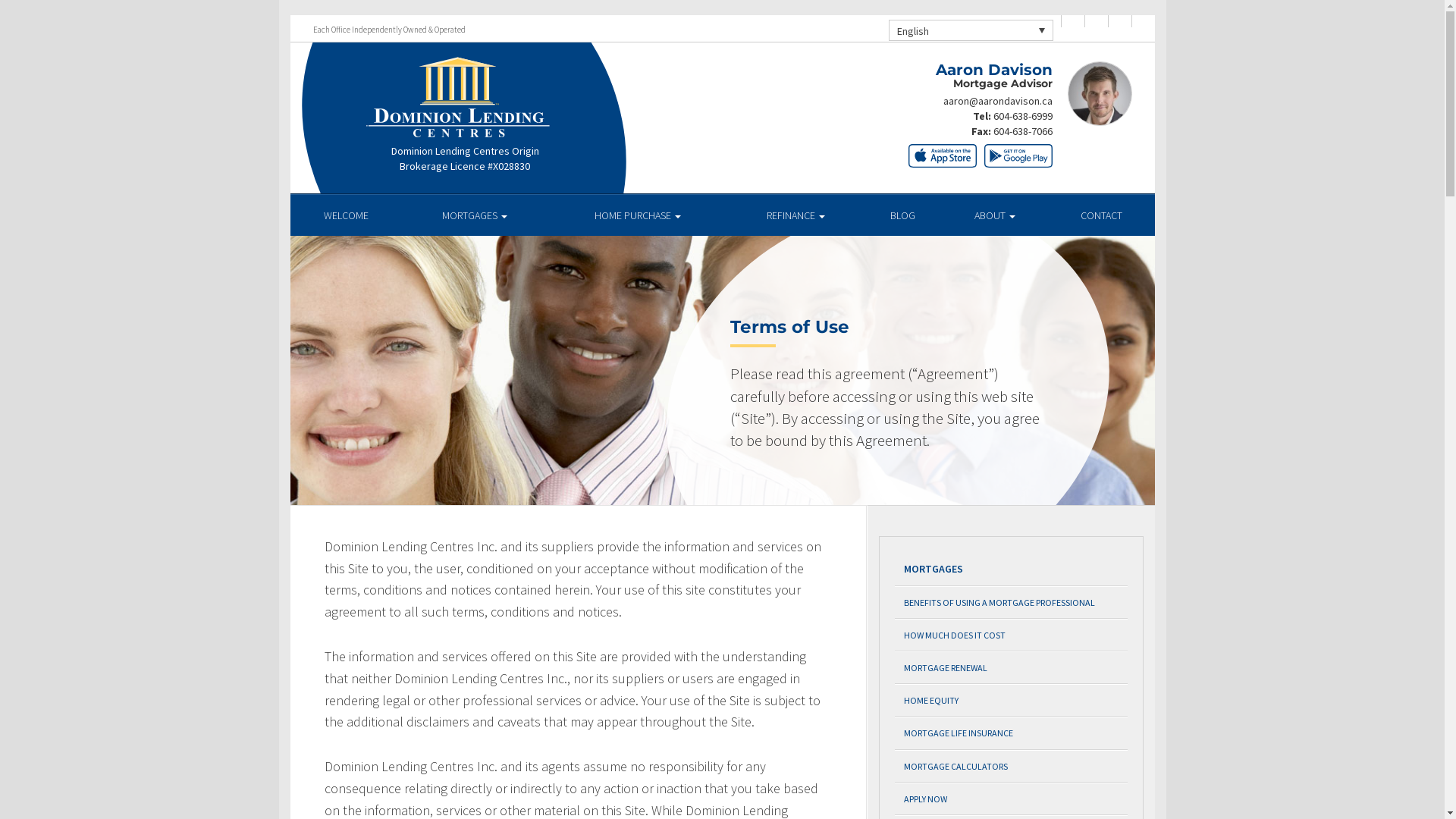 The height and width of the screenshot is (819, 1456). What do you see at coordinates (895, 766) in the screenshot?
I see `'MORTGAGE CALCULATORS'` at bounding box center [895, 766].